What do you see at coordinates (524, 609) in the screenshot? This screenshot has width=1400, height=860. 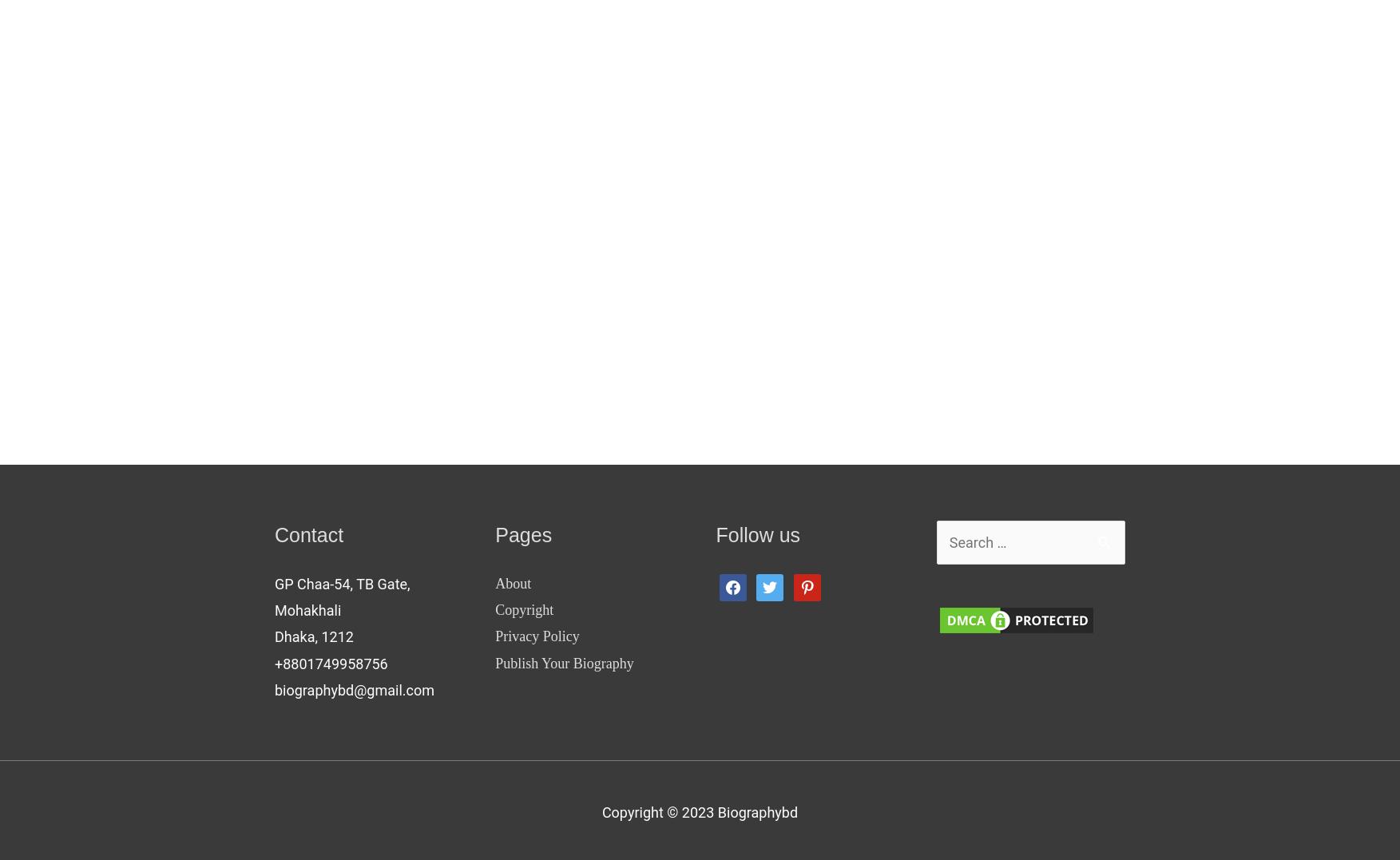 I see `'Copyright'` at bounding box center [524, 609].